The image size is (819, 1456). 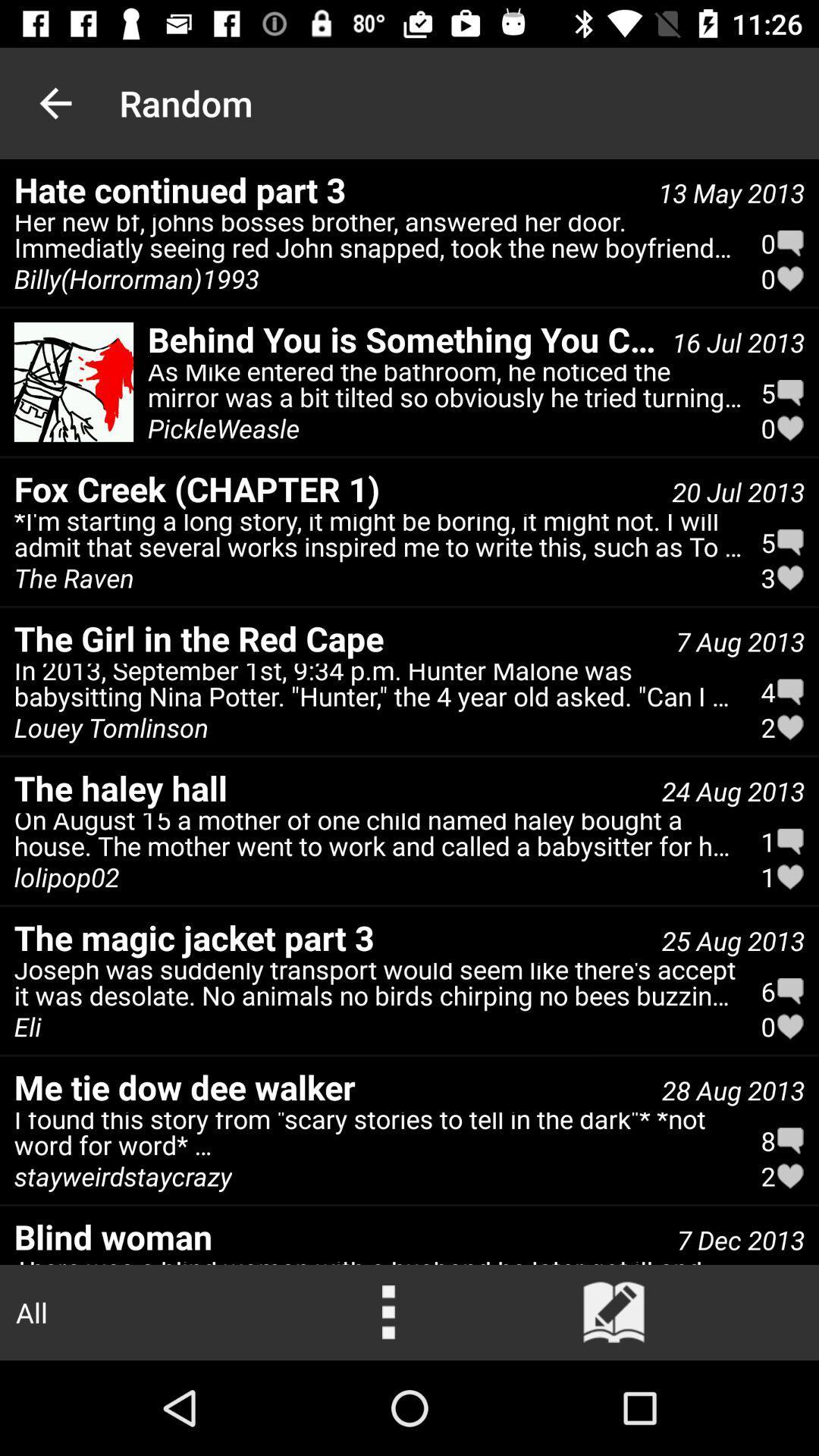 What do you see at coordinates (378, 988) in the screenshot?
I see `joseph was suddenly icon` at bounding box center [378, 988].